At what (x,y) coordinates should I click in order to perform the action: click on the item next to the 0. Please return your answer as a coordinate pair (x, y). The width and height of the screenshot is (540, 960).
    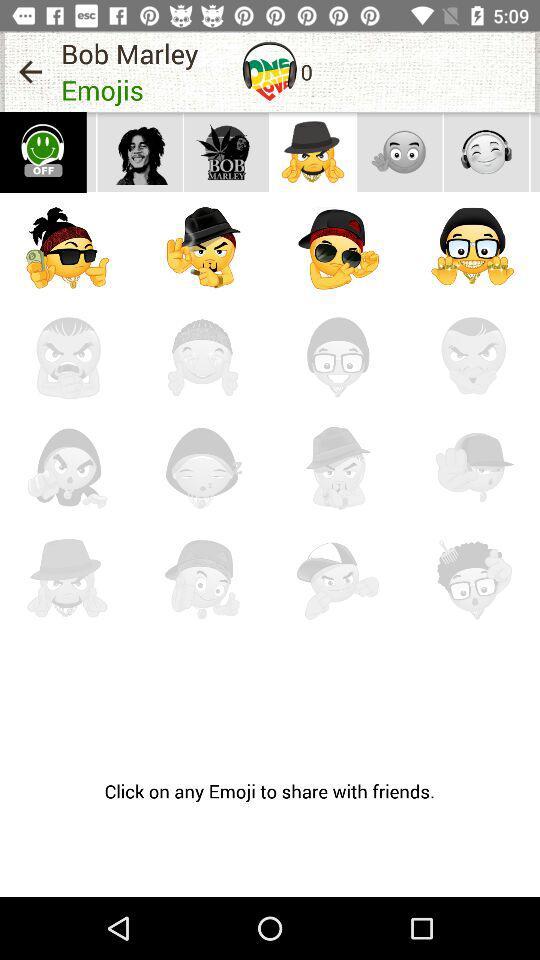
    Looking at the image, I should click on (270, 71).